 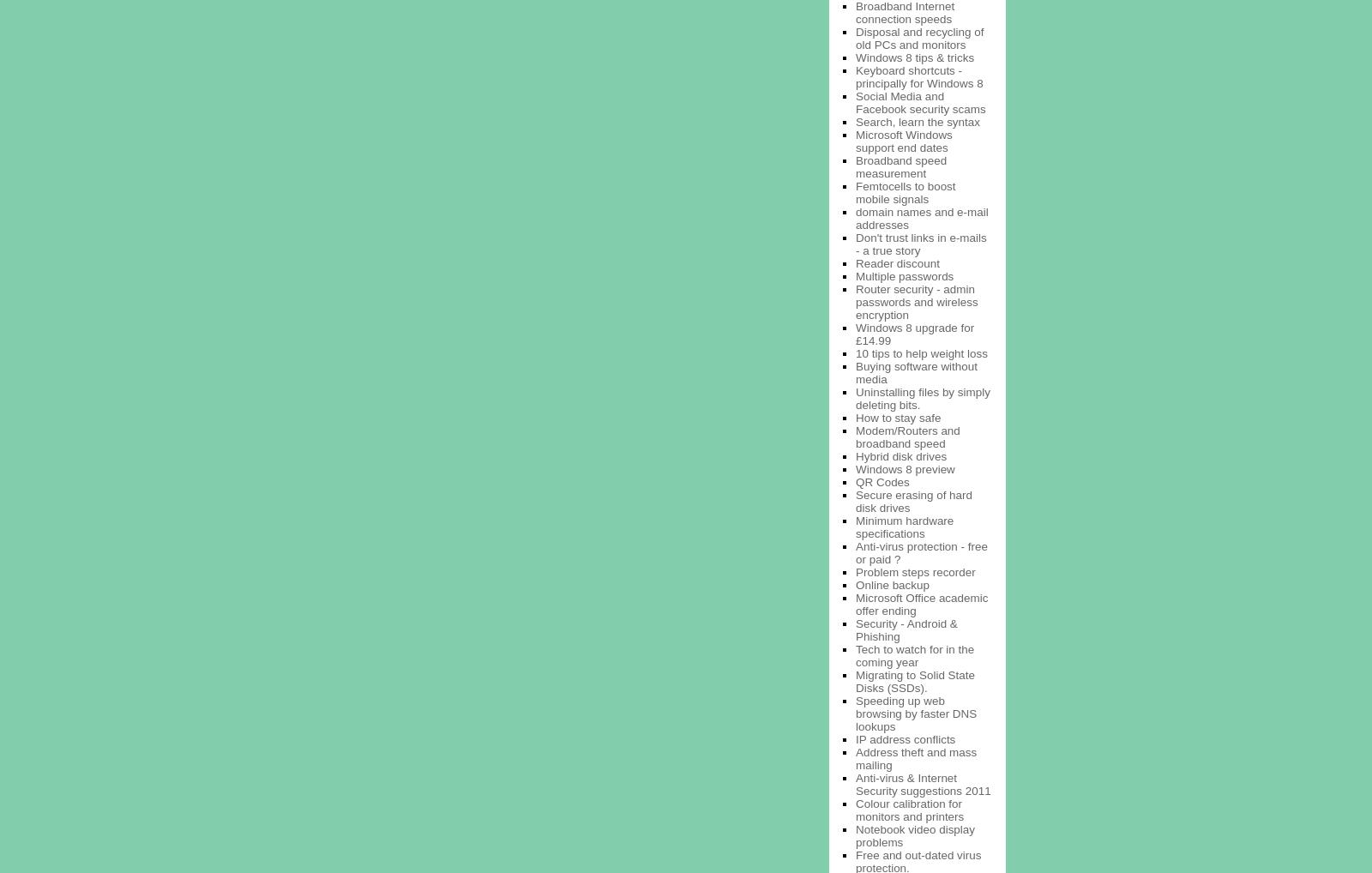 I want to click on 'Search, learn the syntax', so click(x=917, y=120).